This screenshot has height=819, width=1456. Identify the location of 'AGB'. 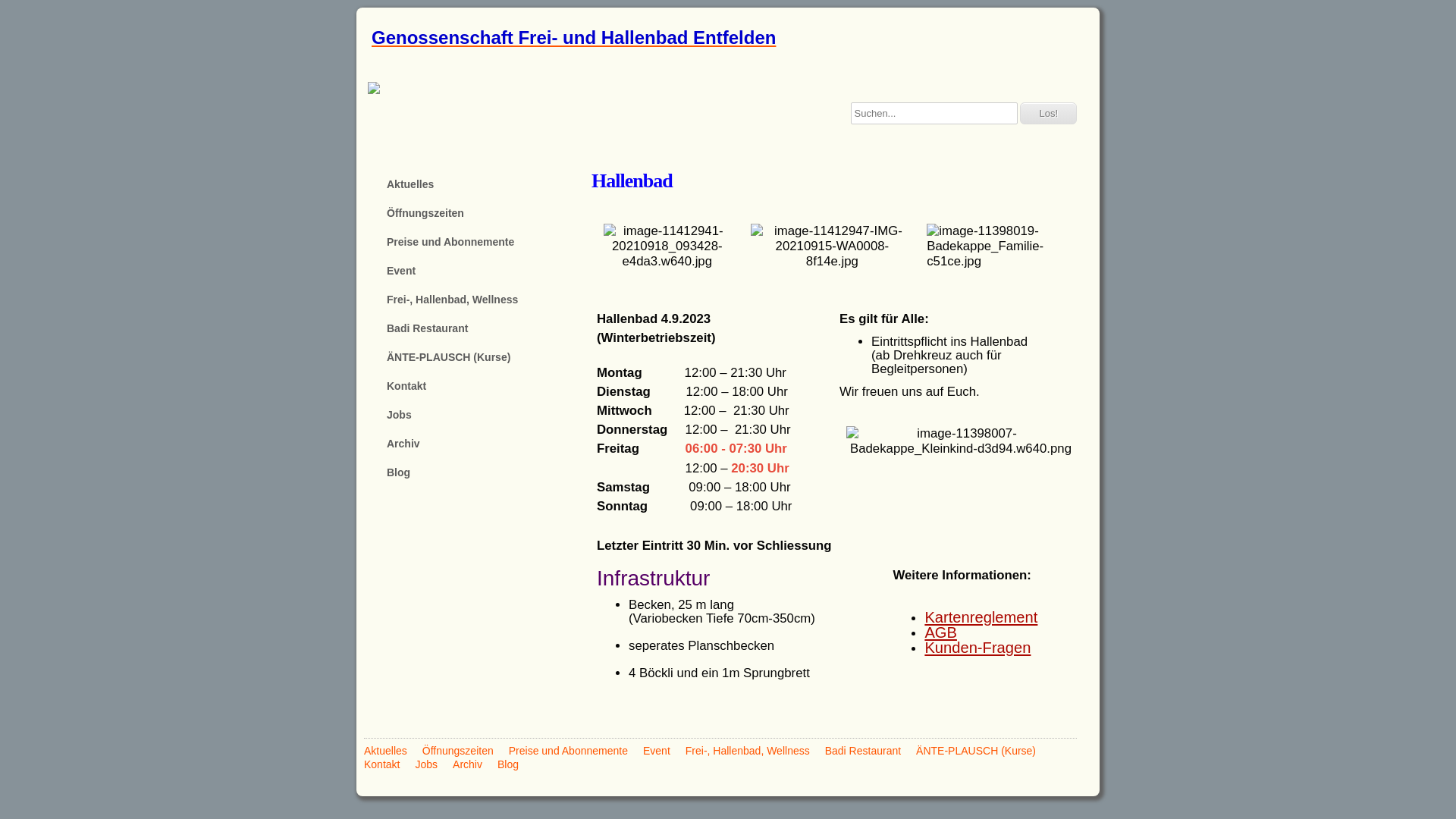
(940, 632).